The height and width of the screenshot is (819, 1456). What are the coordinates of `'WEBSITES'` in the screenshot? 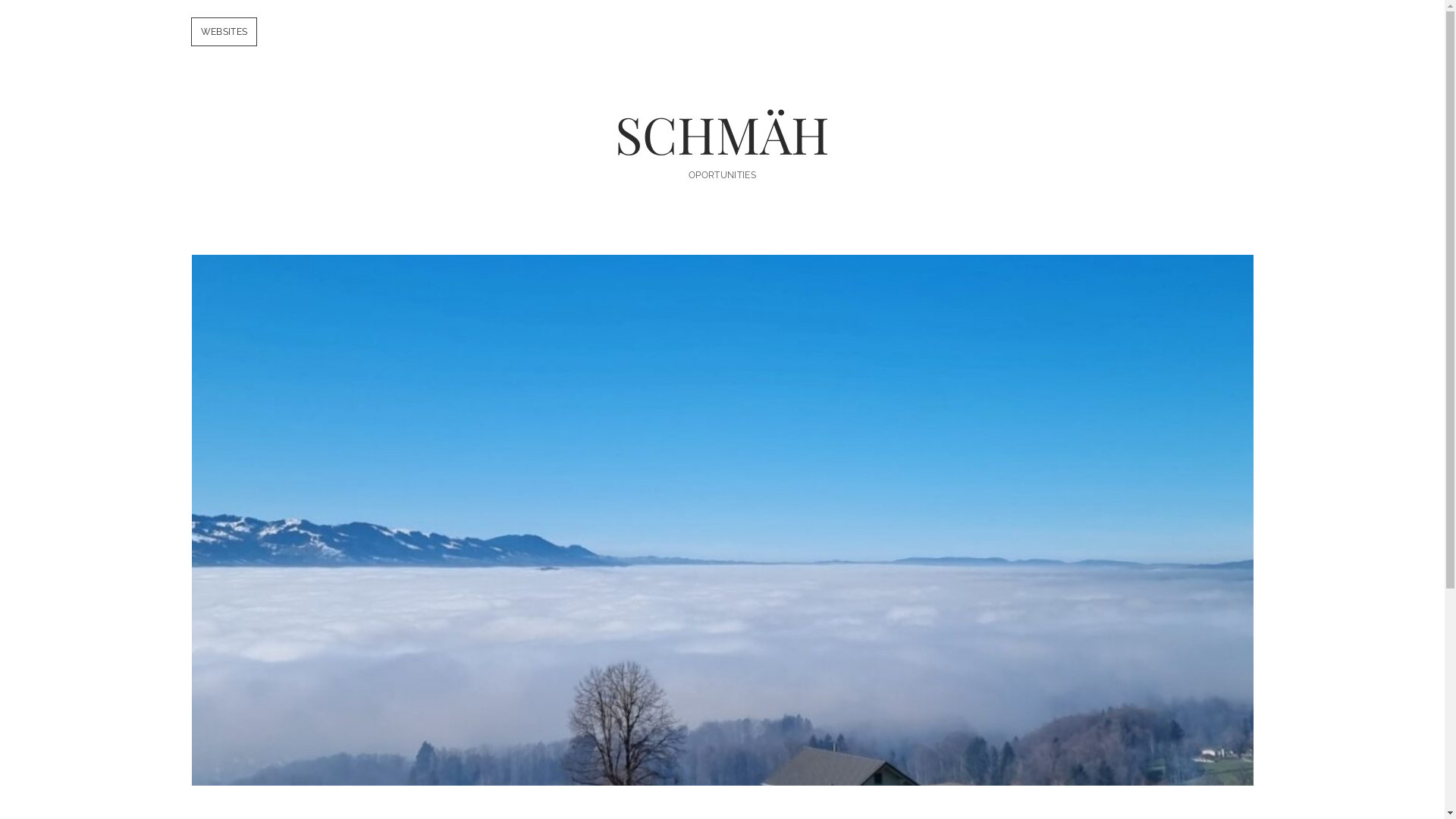 It's located at (190, 32).